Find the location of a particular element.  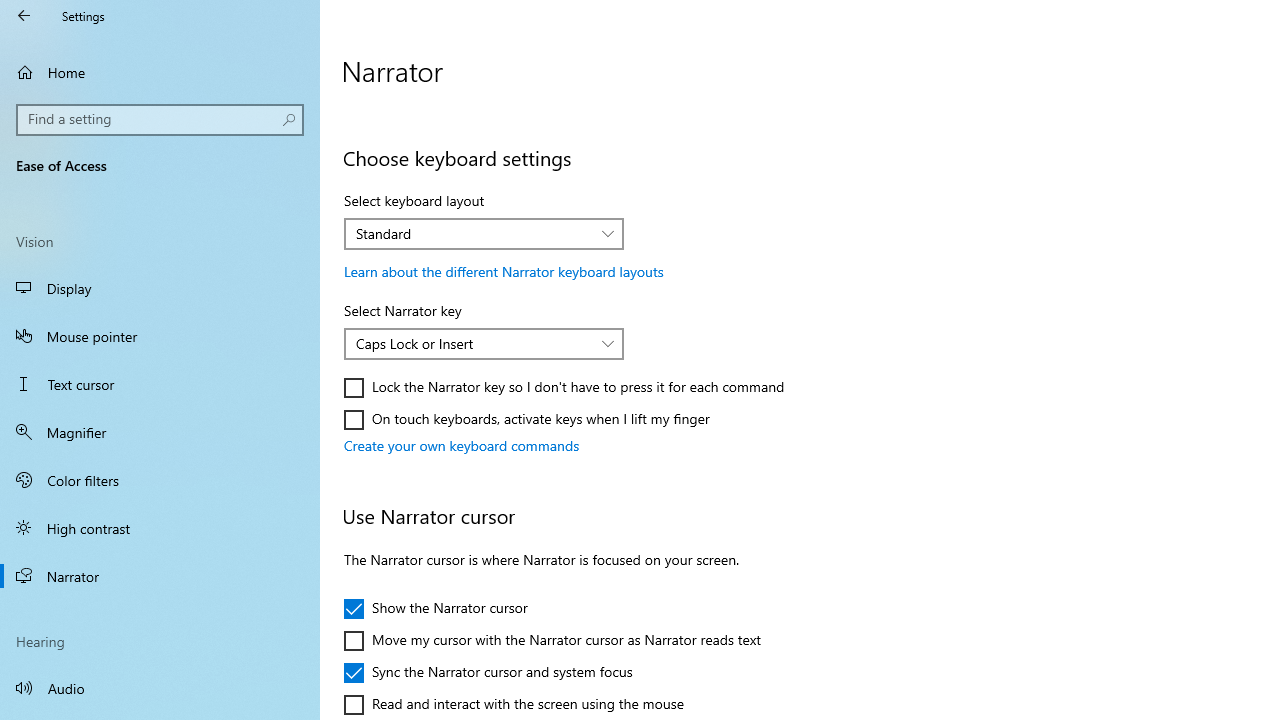

'Caps Lock or Insert' is located at coordinates (472, 342).